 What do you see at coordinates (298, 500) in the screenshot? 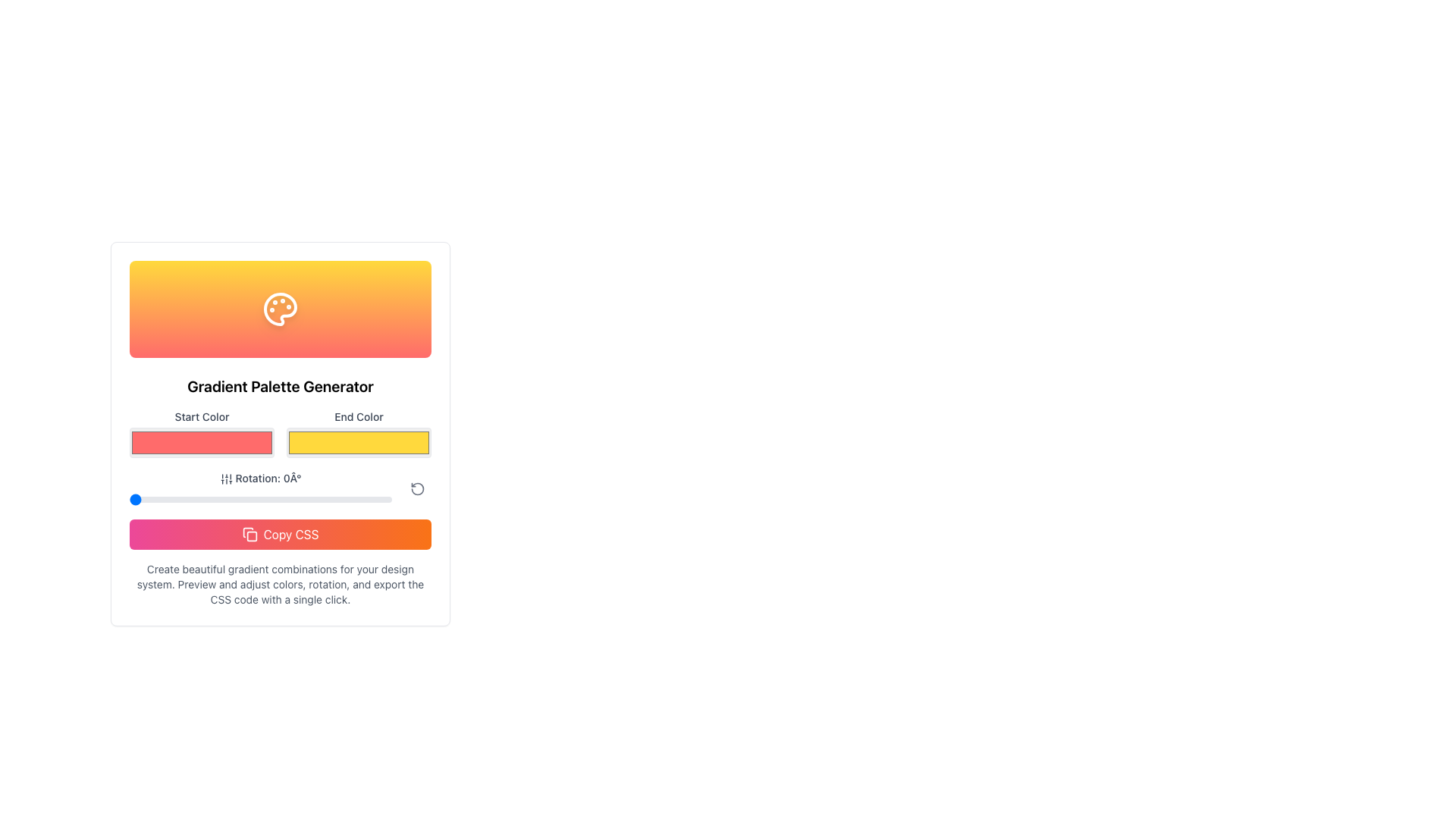
I see `the rotation` at bounding box center [298, 500].